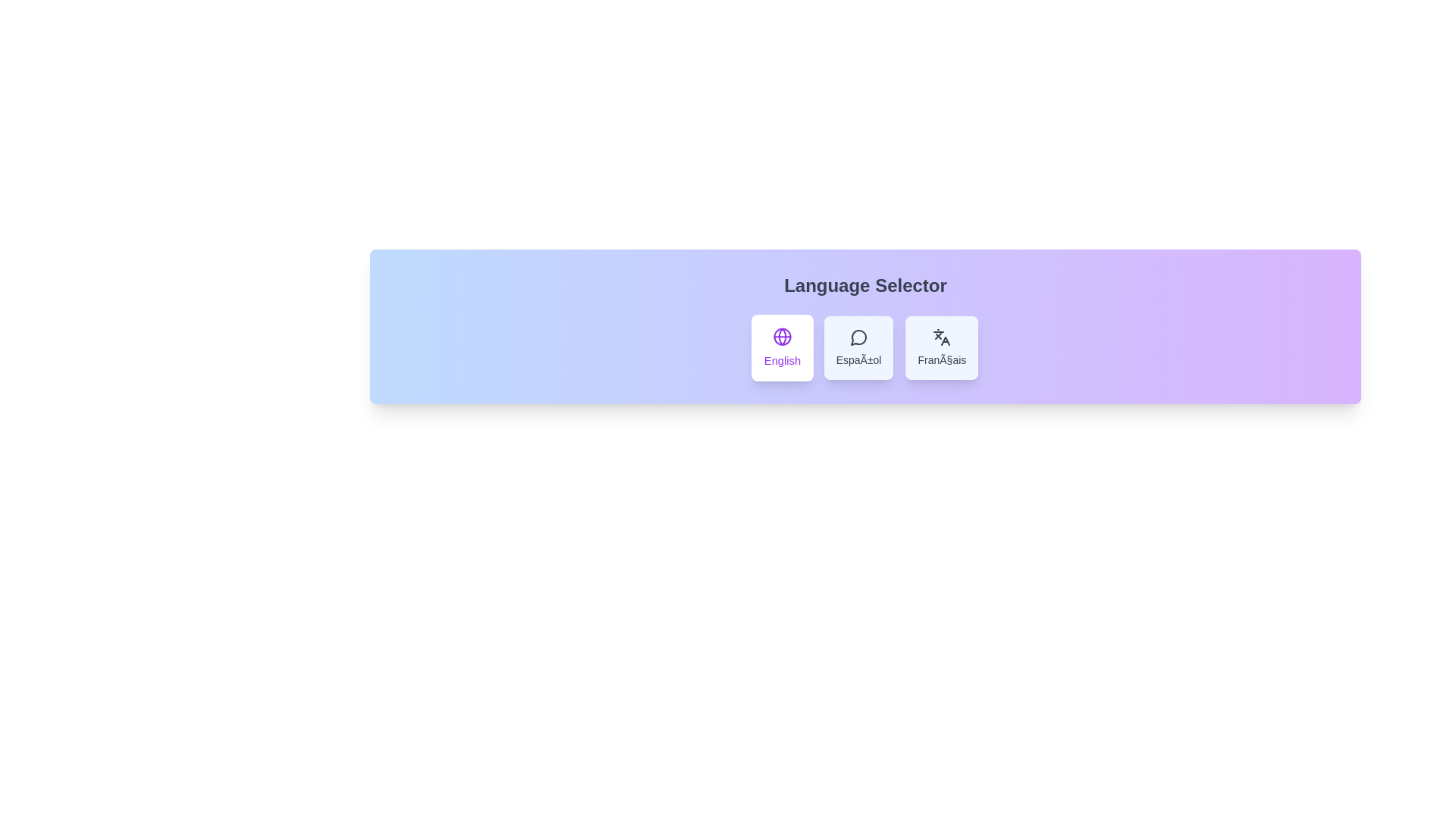  I want to click on the Français button to select the desired language, so click(941, 348).